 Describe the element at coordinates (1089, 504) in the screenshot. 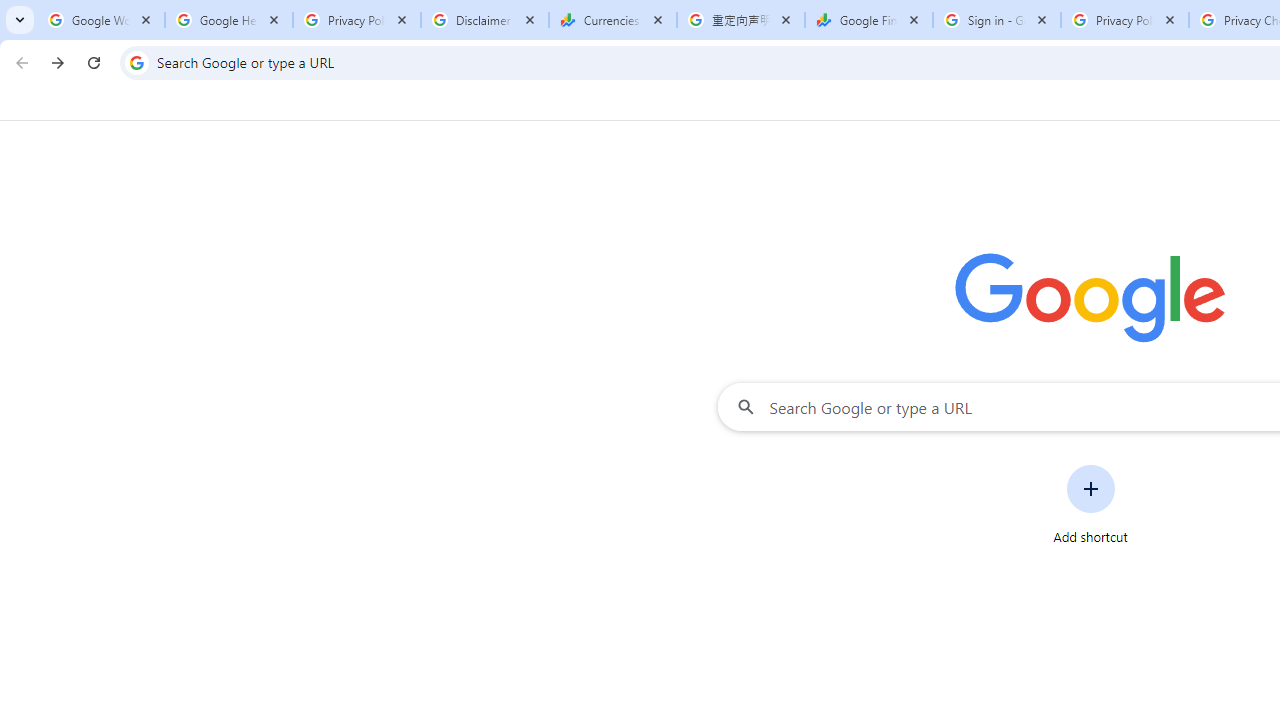

I see `'Add shortcut'` at that location.